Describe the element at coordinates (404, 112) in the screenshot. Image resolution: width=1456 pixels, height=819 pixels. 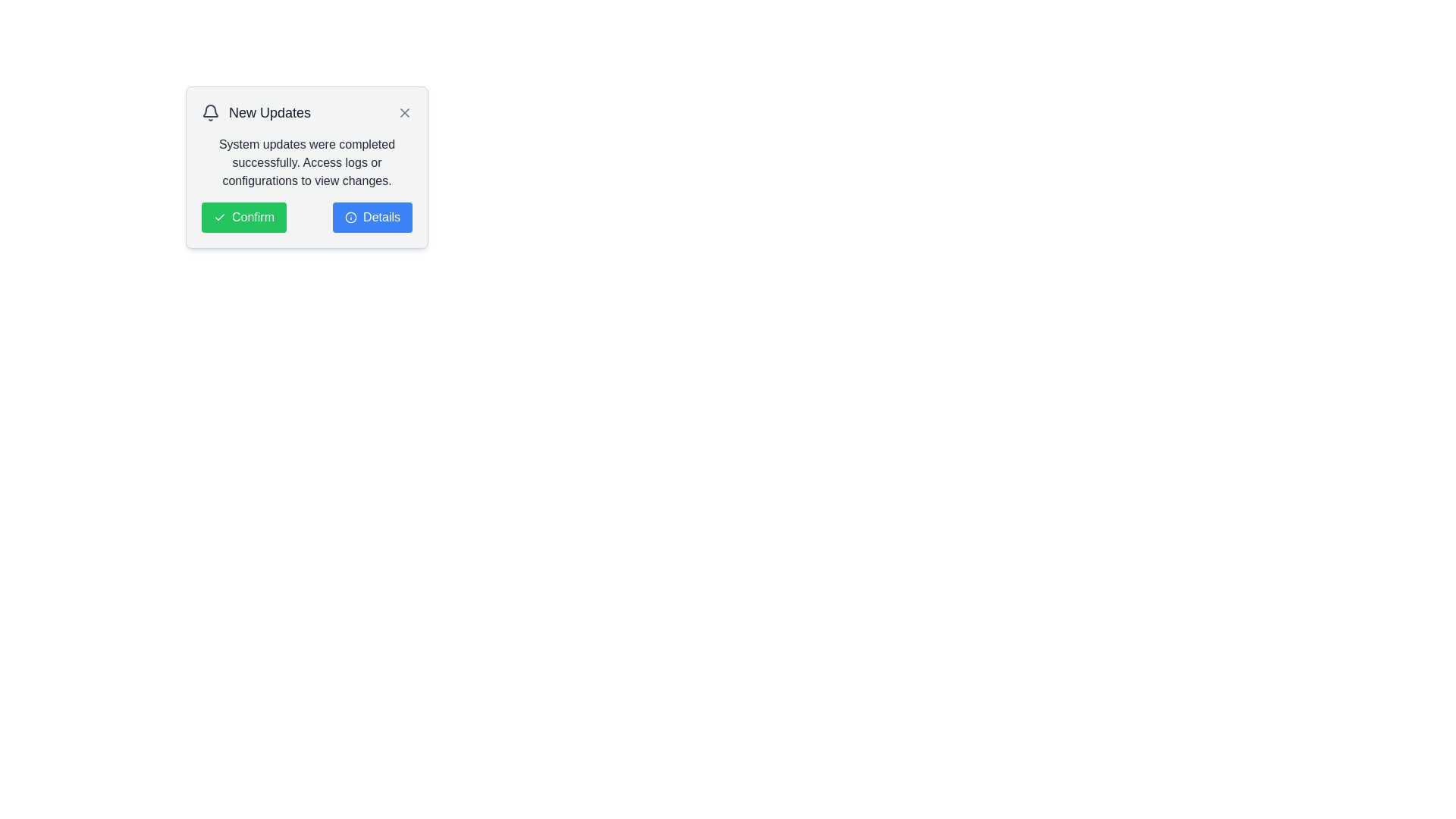
I see `the close button icon (X shape) located in the top-right corner of the 'New Updates' card for visual feedback` at that location.